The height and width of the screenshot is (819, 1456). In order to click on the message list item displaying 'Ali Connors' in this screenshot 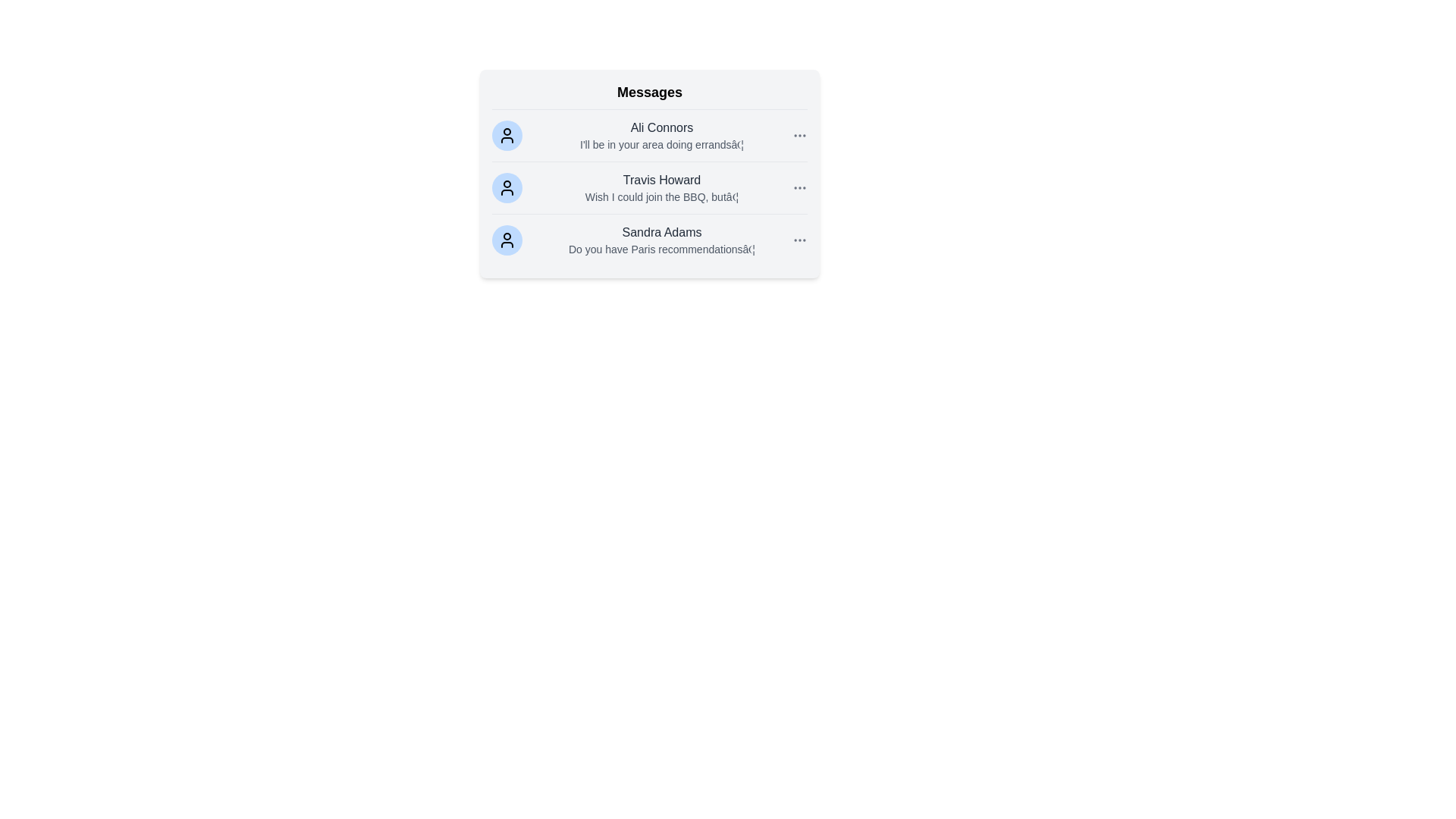, I will do `click(662, 134)`.